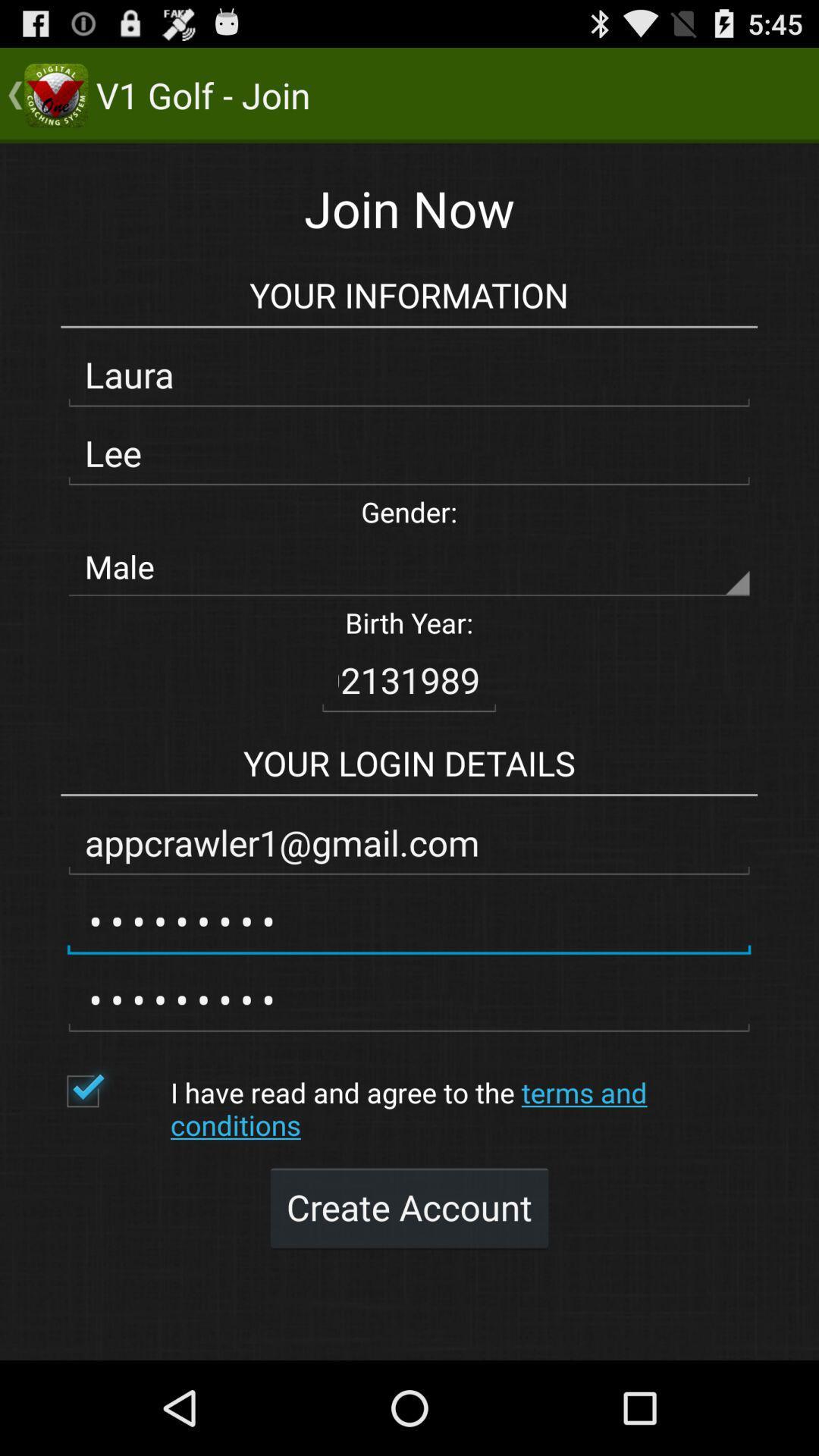 The image size is (819, 1456). Describe the element at coordinates (110, 1090) in the screenshot. I see `check to accept the terms` at that location.